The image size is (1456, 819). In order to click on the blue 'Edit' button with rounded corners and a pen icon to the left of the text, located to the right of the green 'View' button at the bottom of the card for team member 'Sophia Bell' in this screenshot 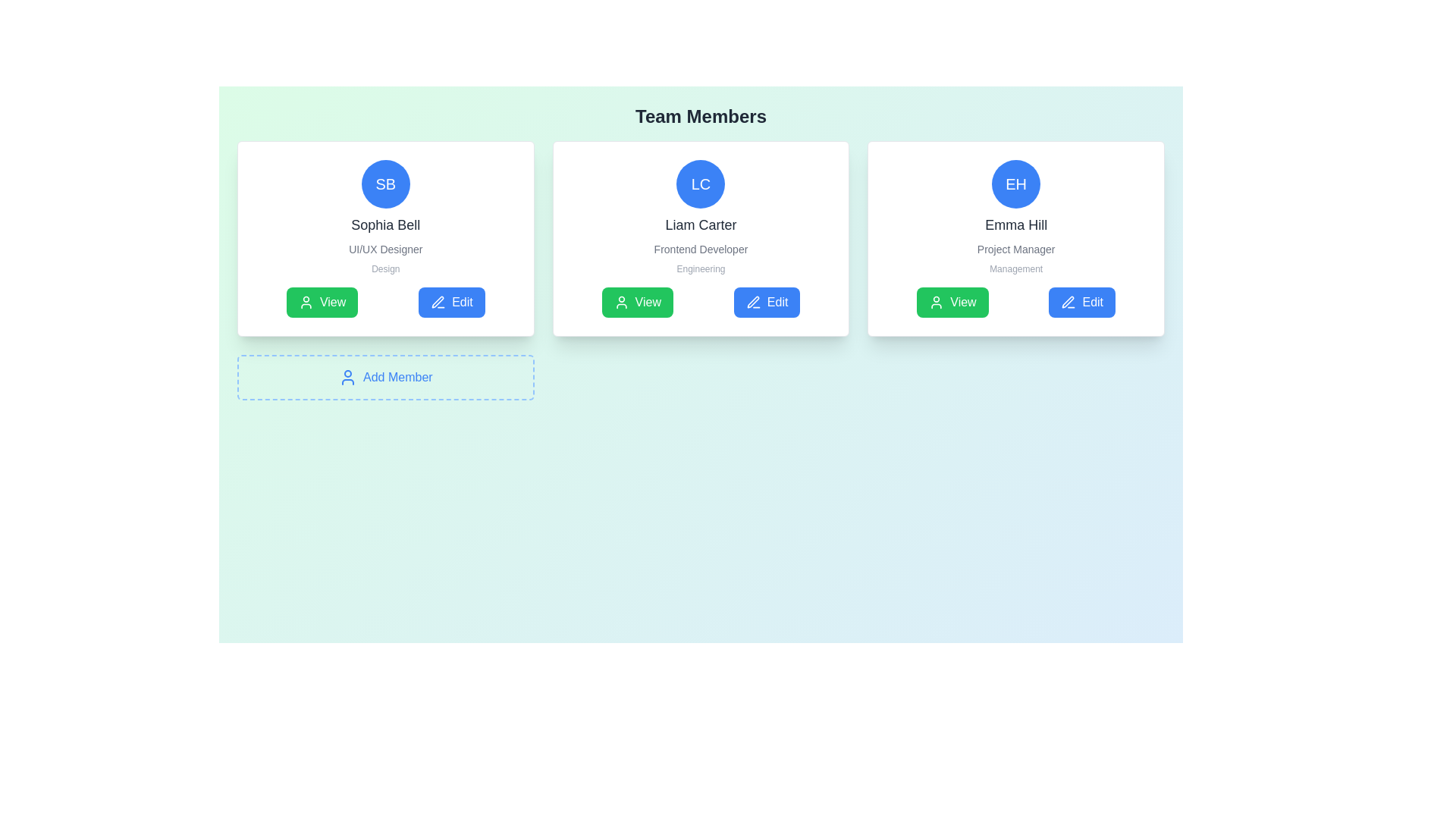, I will do `click(450, 302)`.